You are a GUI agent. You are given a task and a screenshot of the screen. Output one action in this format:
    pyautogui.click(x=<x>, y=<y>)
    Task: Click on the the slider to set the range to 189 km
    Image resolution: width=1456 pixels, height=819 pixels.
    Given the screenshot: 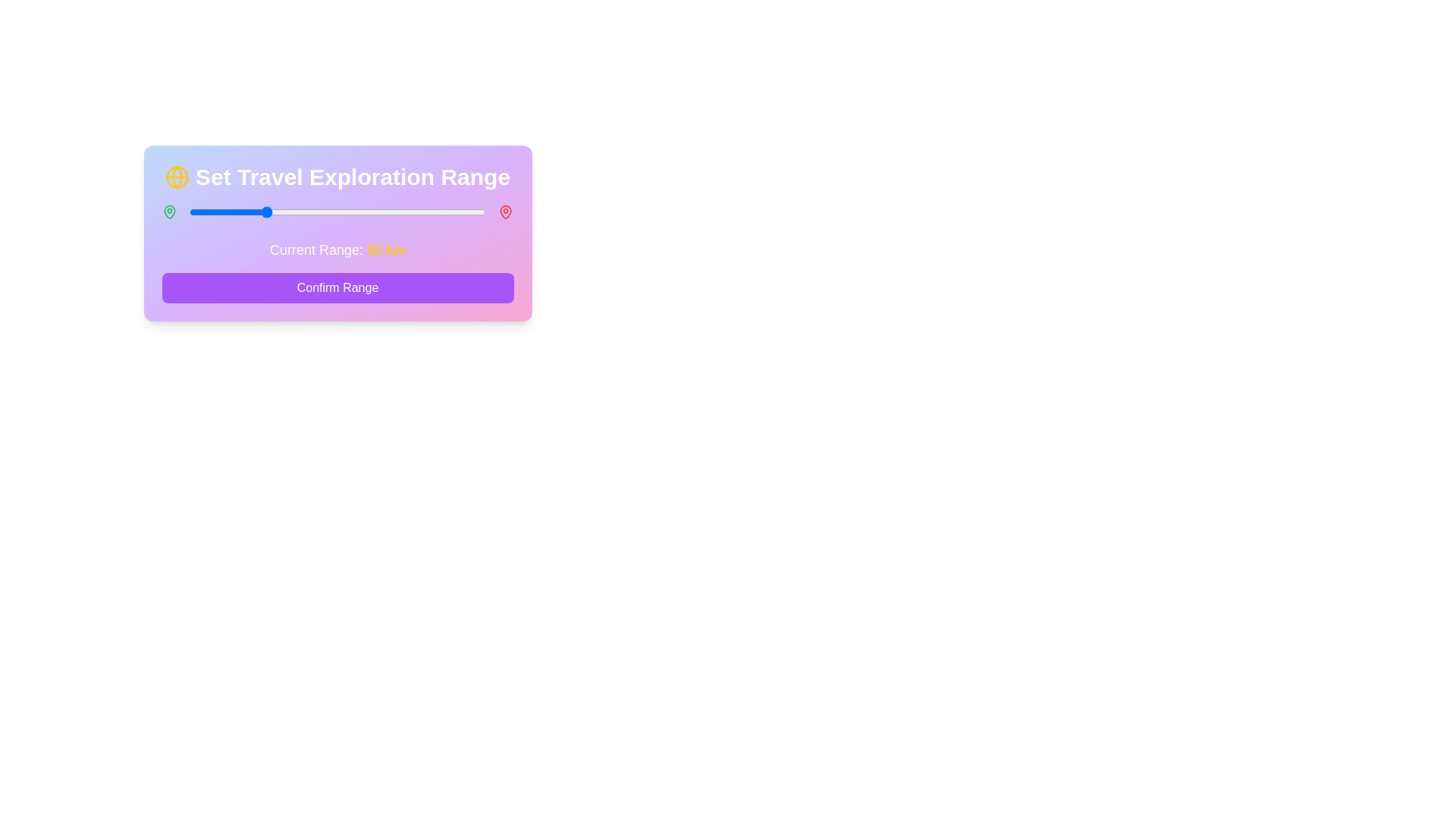 What is the action you would take?
    pyautogui.click(x=469, y=212)
    